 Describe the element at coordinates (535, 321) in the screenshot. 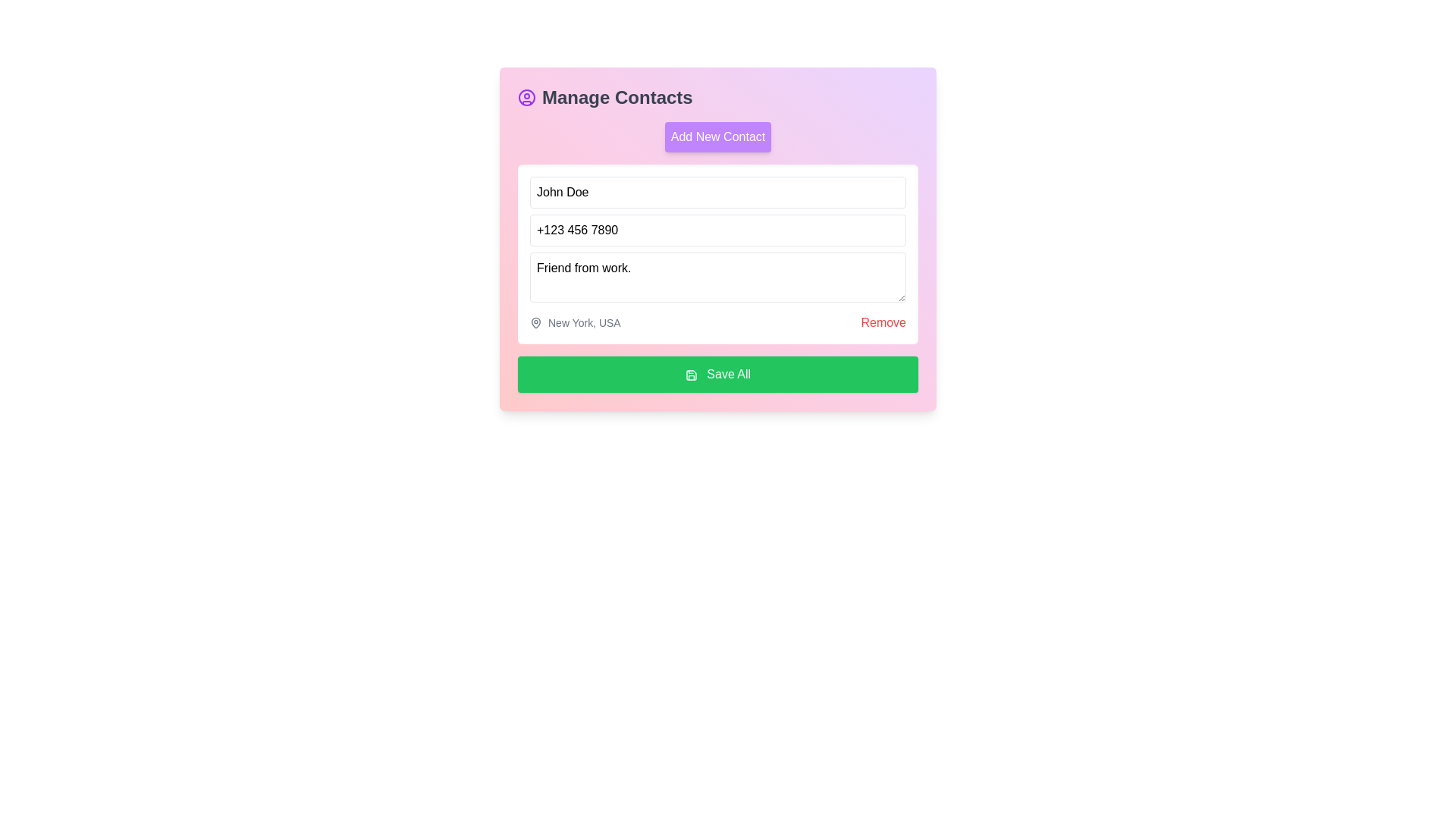

I see `the vector graphic element that visually represents the pin location inside the map pin icon, located near the bottom of the contact information section` at that location.